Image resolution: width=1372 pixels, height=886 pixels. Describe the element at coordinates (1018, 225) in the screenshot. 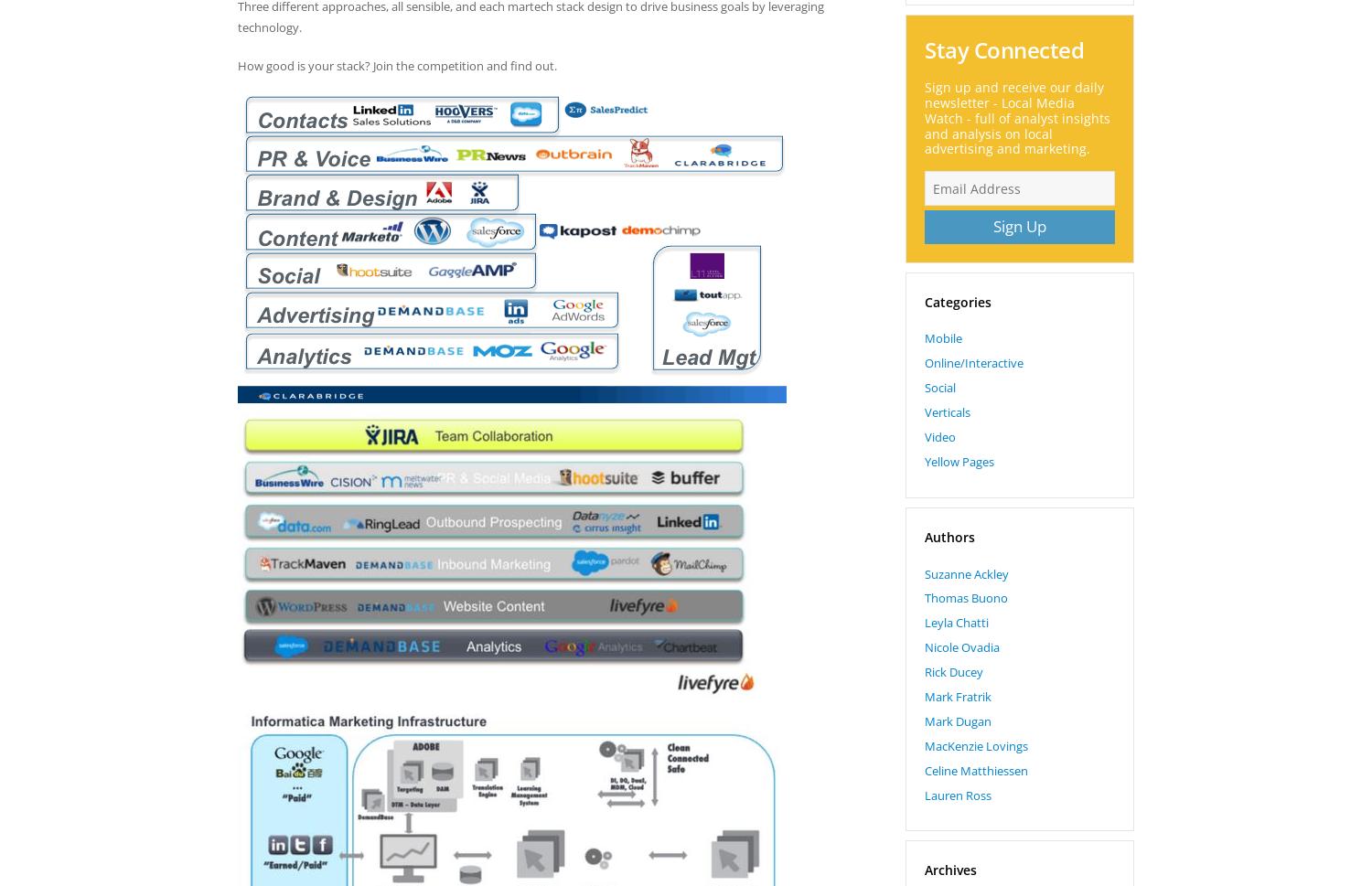

I see `'Sign Up'` at that location.